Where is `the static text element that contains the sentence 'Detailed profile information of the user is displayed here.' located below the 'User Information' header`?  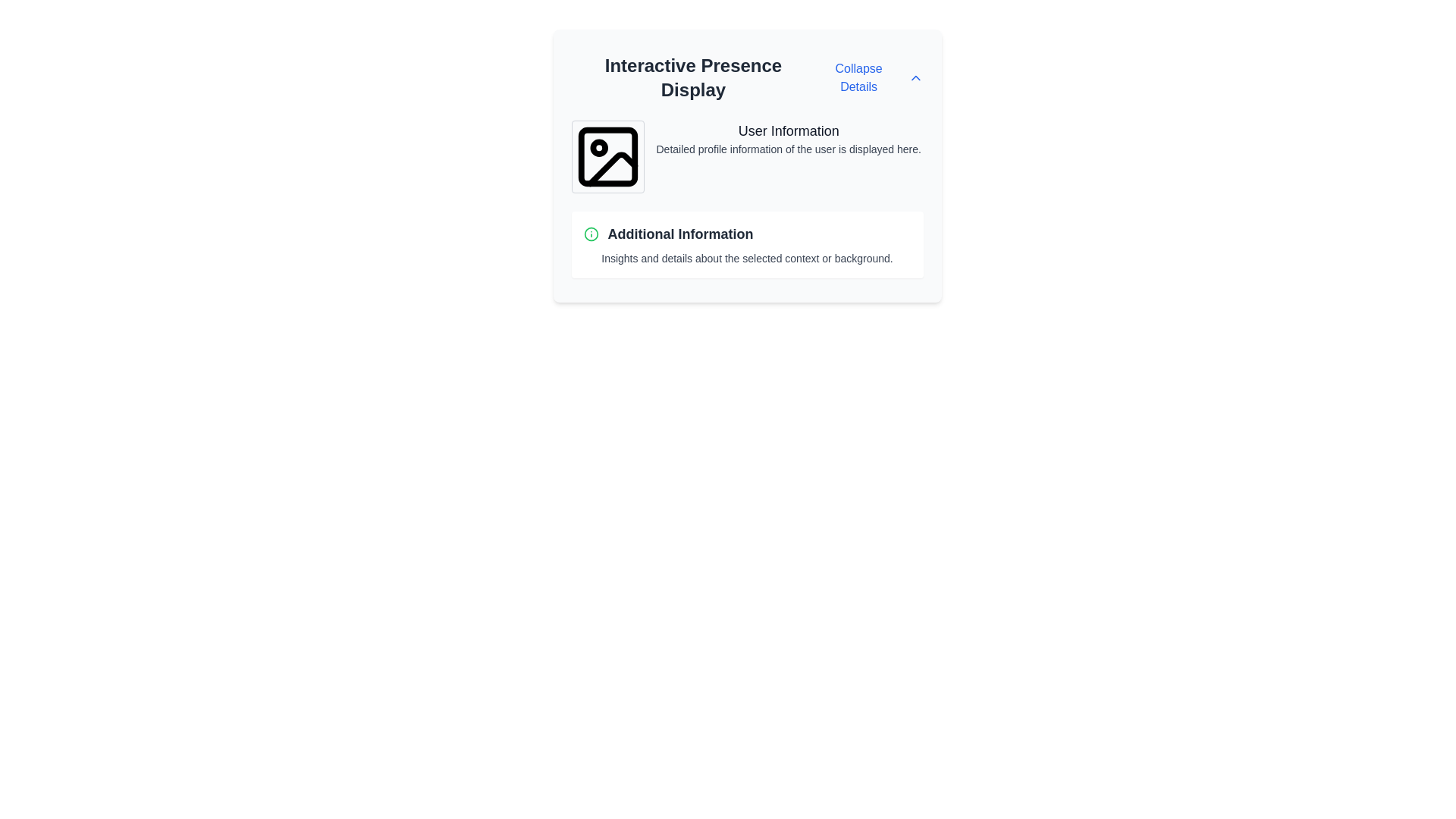 the static text element that contains the sentence 'Detailed profile information of the user is displayed here.' located below the 'User Information' header is located at coordinates (789, 149).